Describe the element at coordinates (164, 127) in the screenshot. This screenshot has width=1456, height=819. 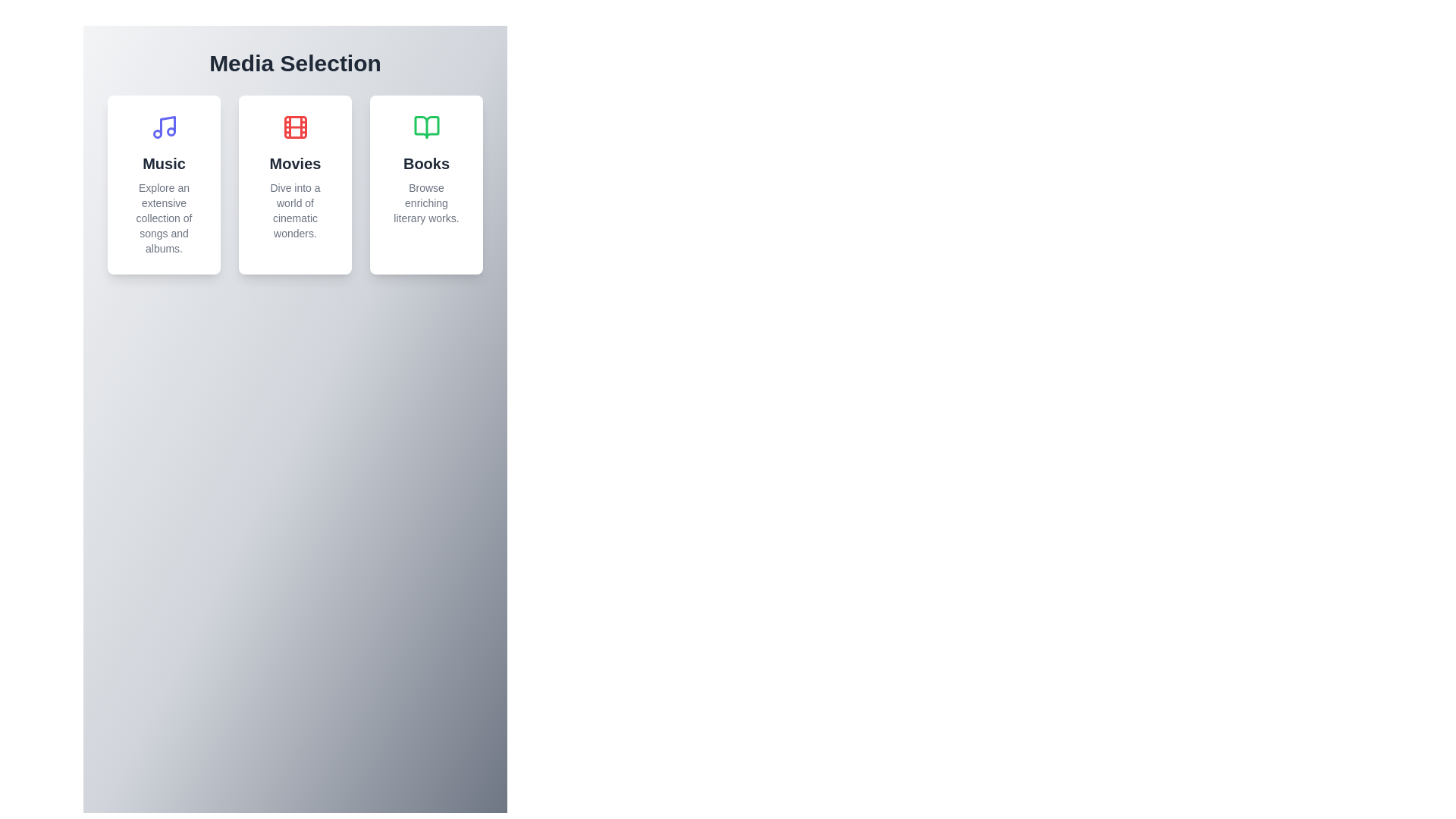
I see `the indigo musical note icon located at the top-center of the 'Music' card` at that location.